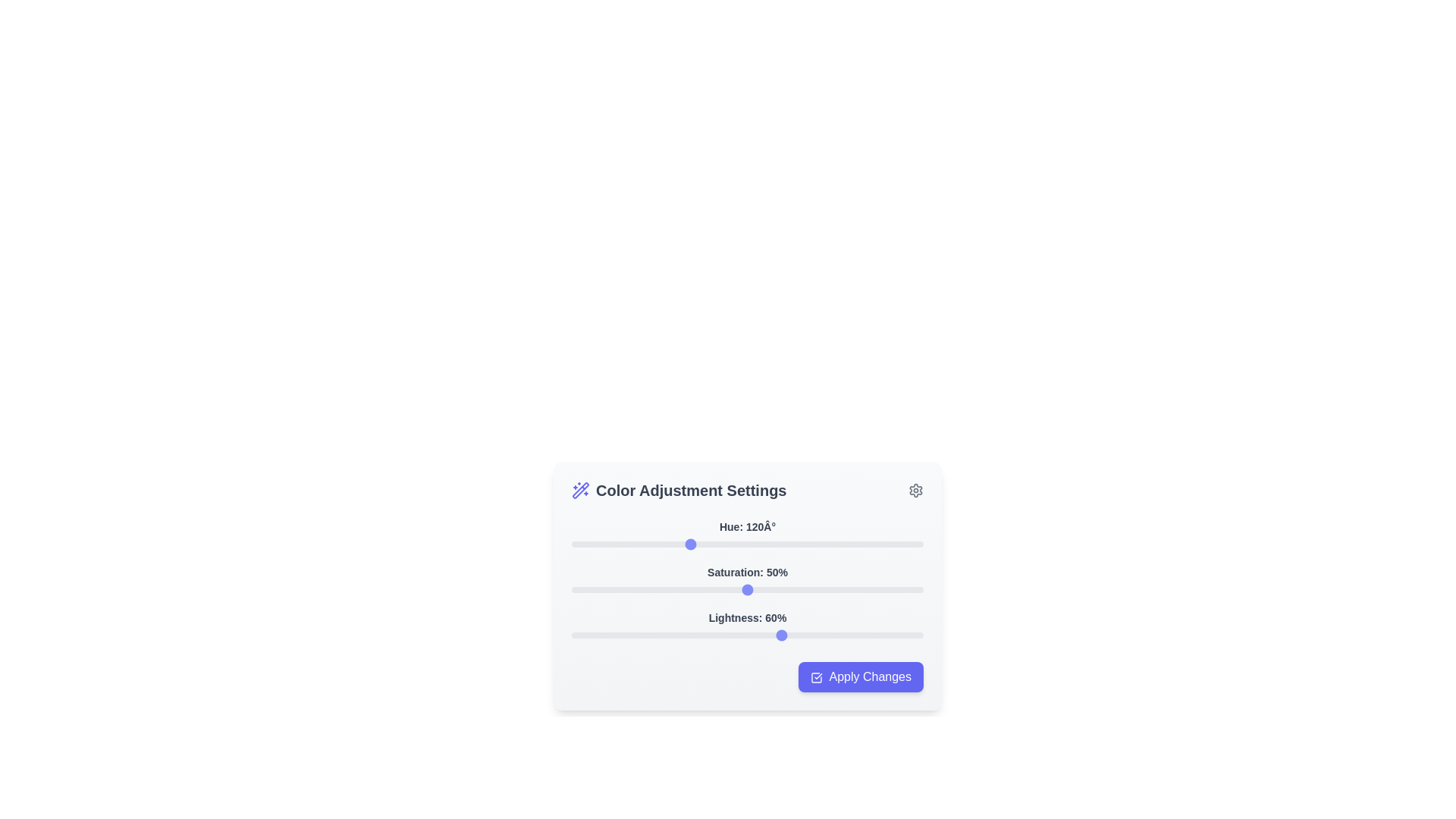  I want to click on hue, so click(878, 543).